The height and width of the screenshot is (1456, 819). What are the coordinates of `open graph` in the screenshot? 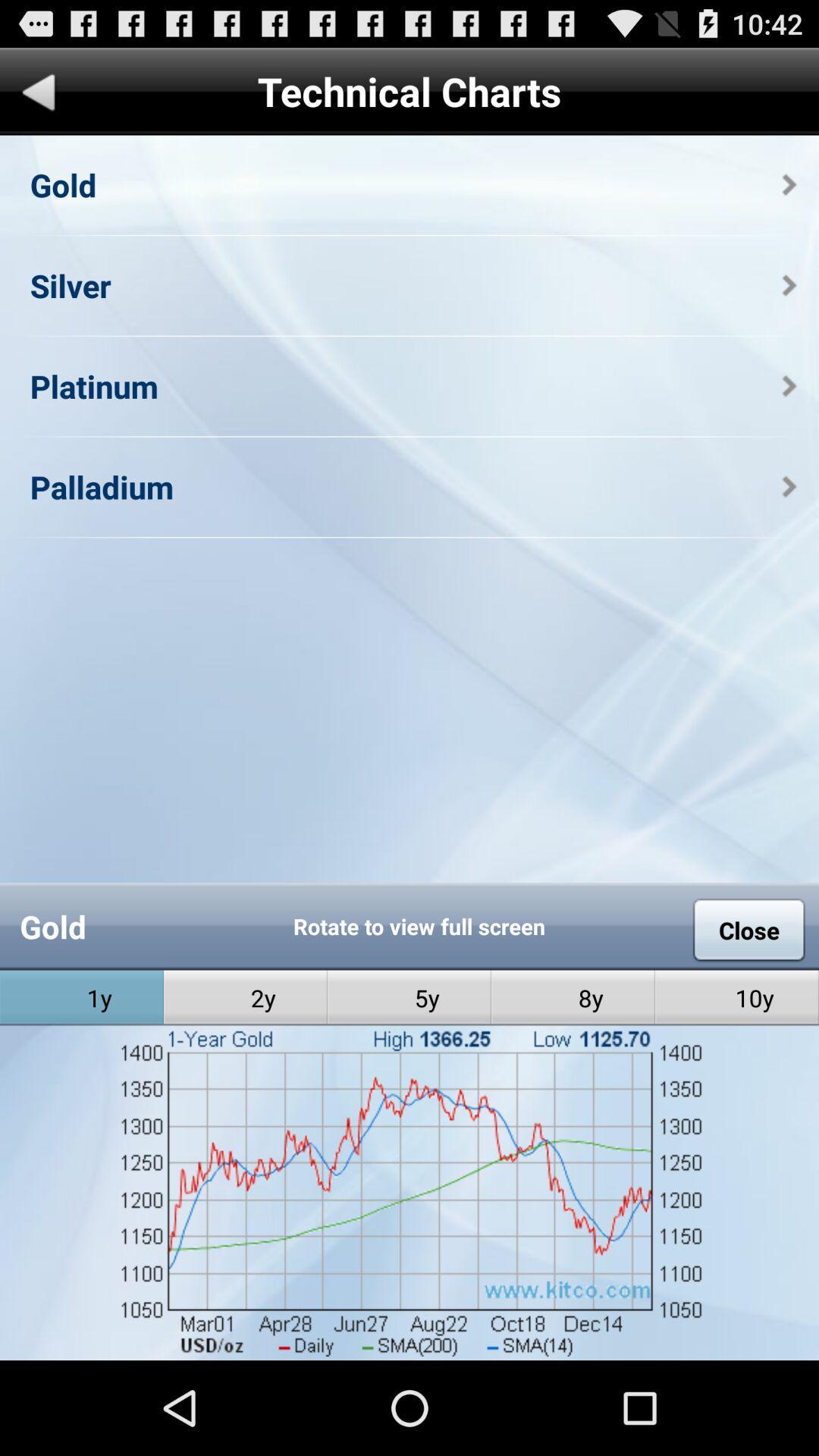 It's located at (409, 1310).